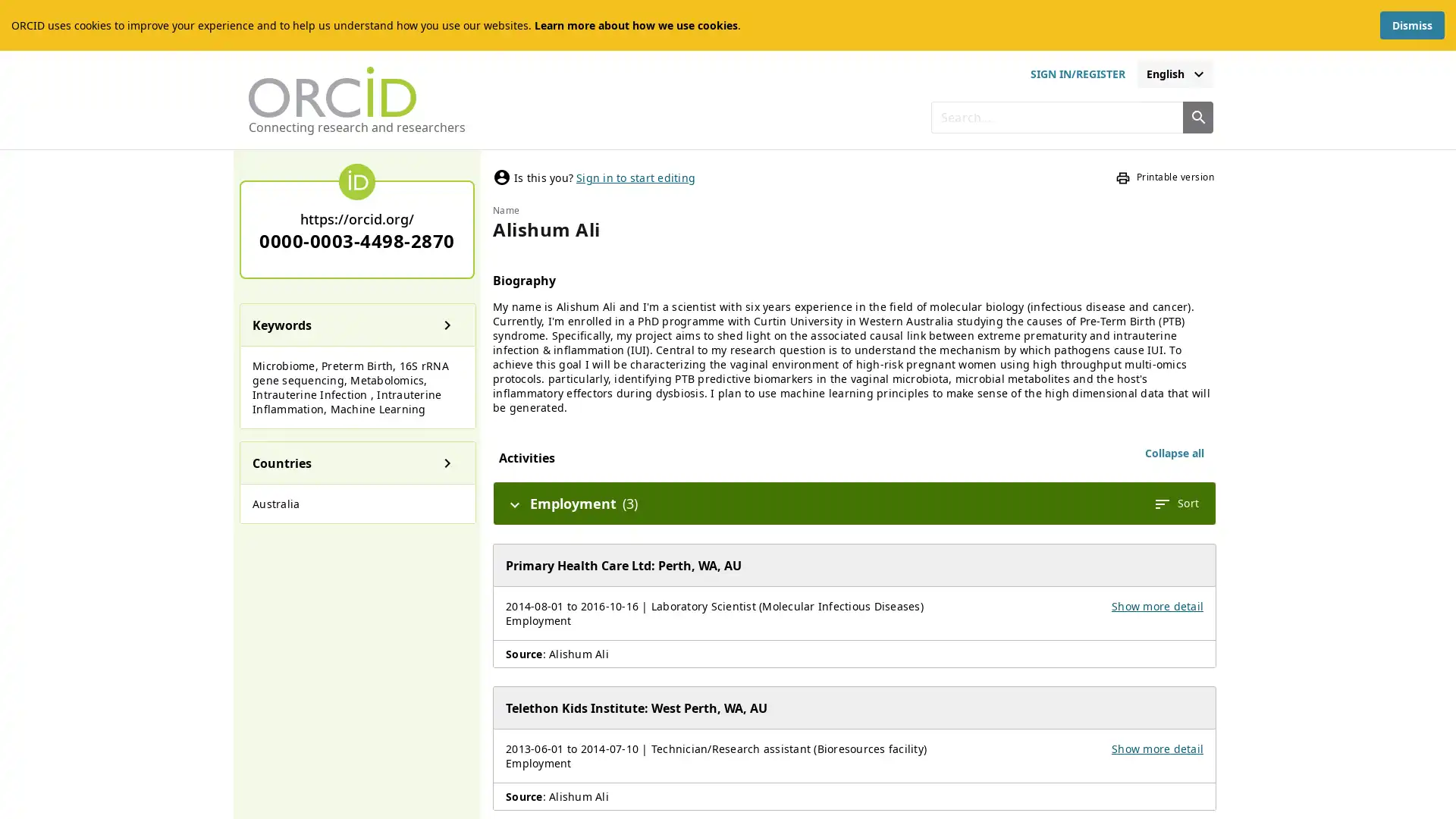  What do you see at coordinates (1164, 177) in the screenshot?
I see `Printable version` at bounding box center [1164, 177].